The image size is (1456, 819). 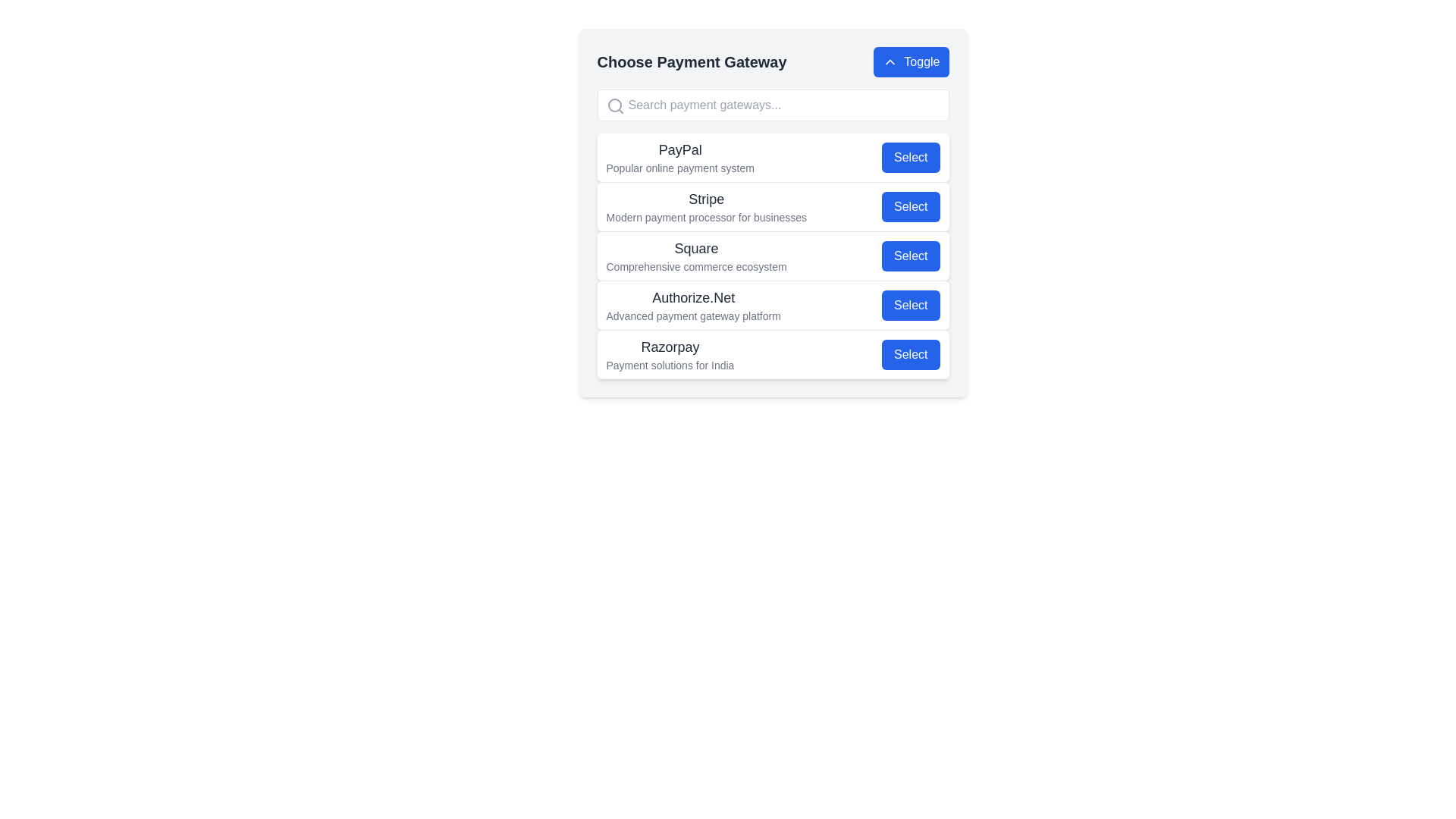 What do you see at coordinates (773, 354) in the screenshot?
I see `the card labeled 'Razorpay'` at bounding box center [773, 354].